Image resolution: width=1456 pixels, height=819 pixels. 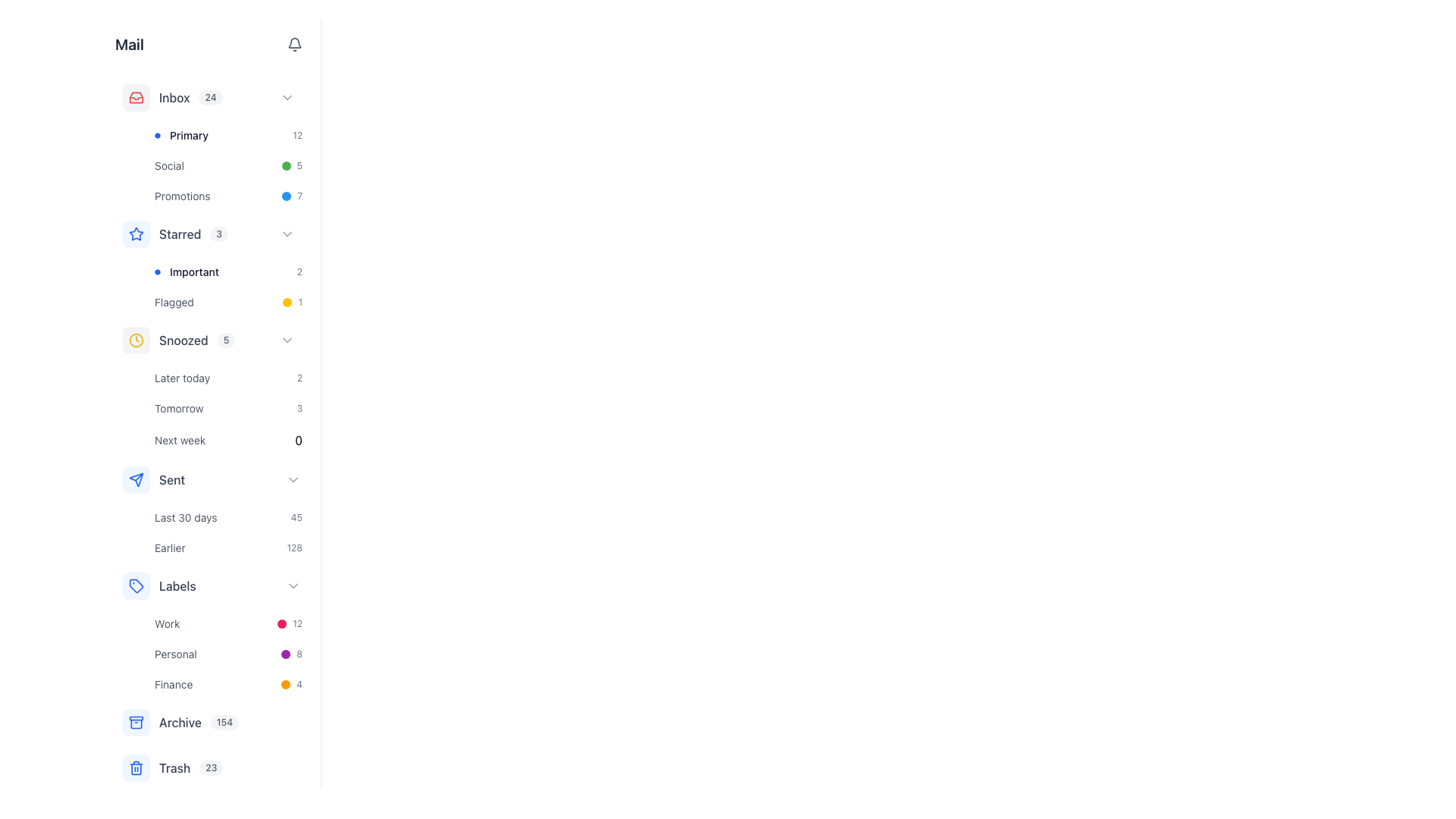 What do you see at coordinates (293, 302) in the screenshot?
I see `the Badge indicating the count of flagged items located to the right of the 'Flagged' label in the user interface to associate the count with corresponding items` at bounding box center [293, 302].